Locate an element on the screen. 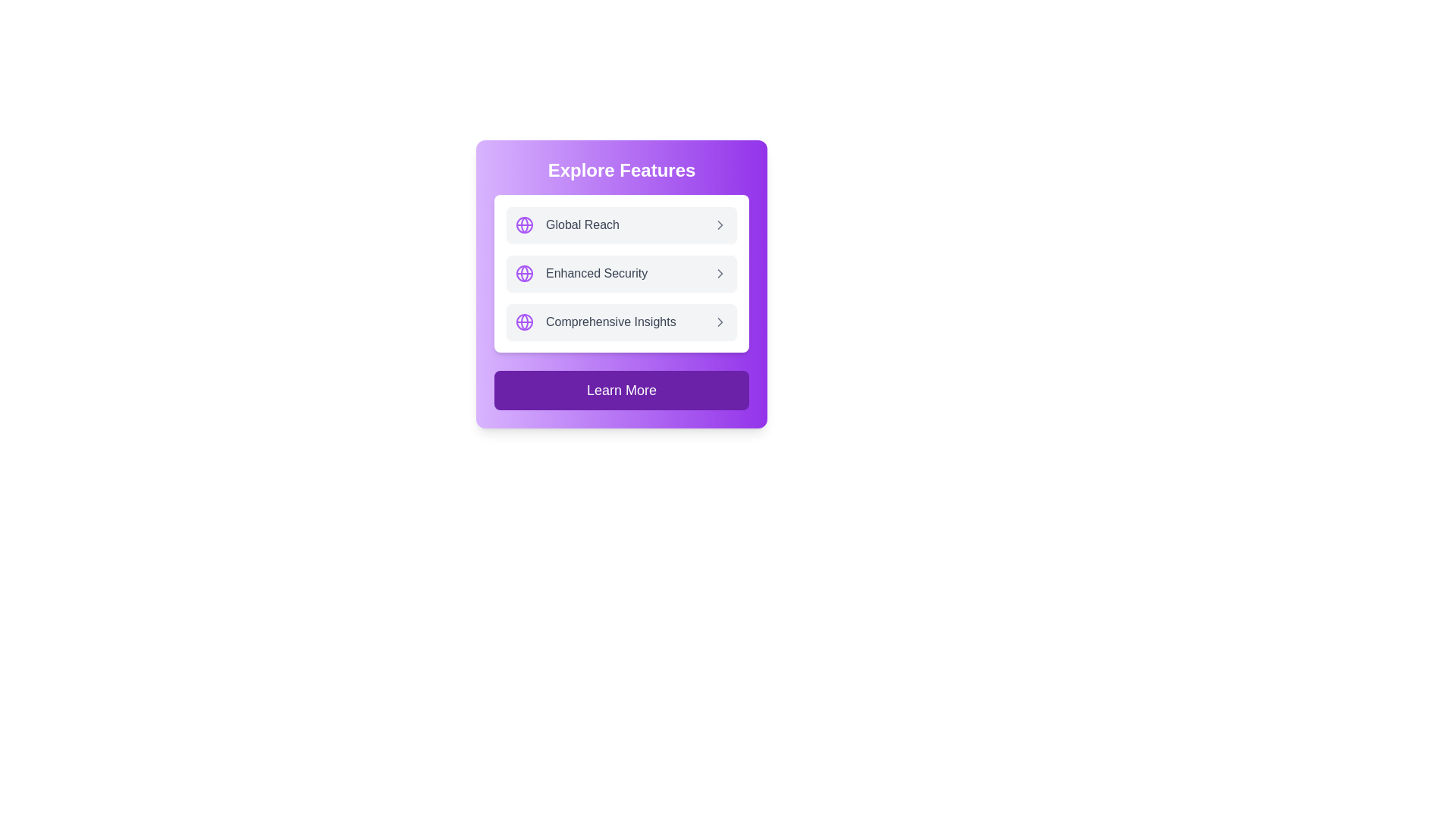  the right-facing chevron icon located at the far-right side of the 'Enhanced Security' row is located at coordinates (720, 274).